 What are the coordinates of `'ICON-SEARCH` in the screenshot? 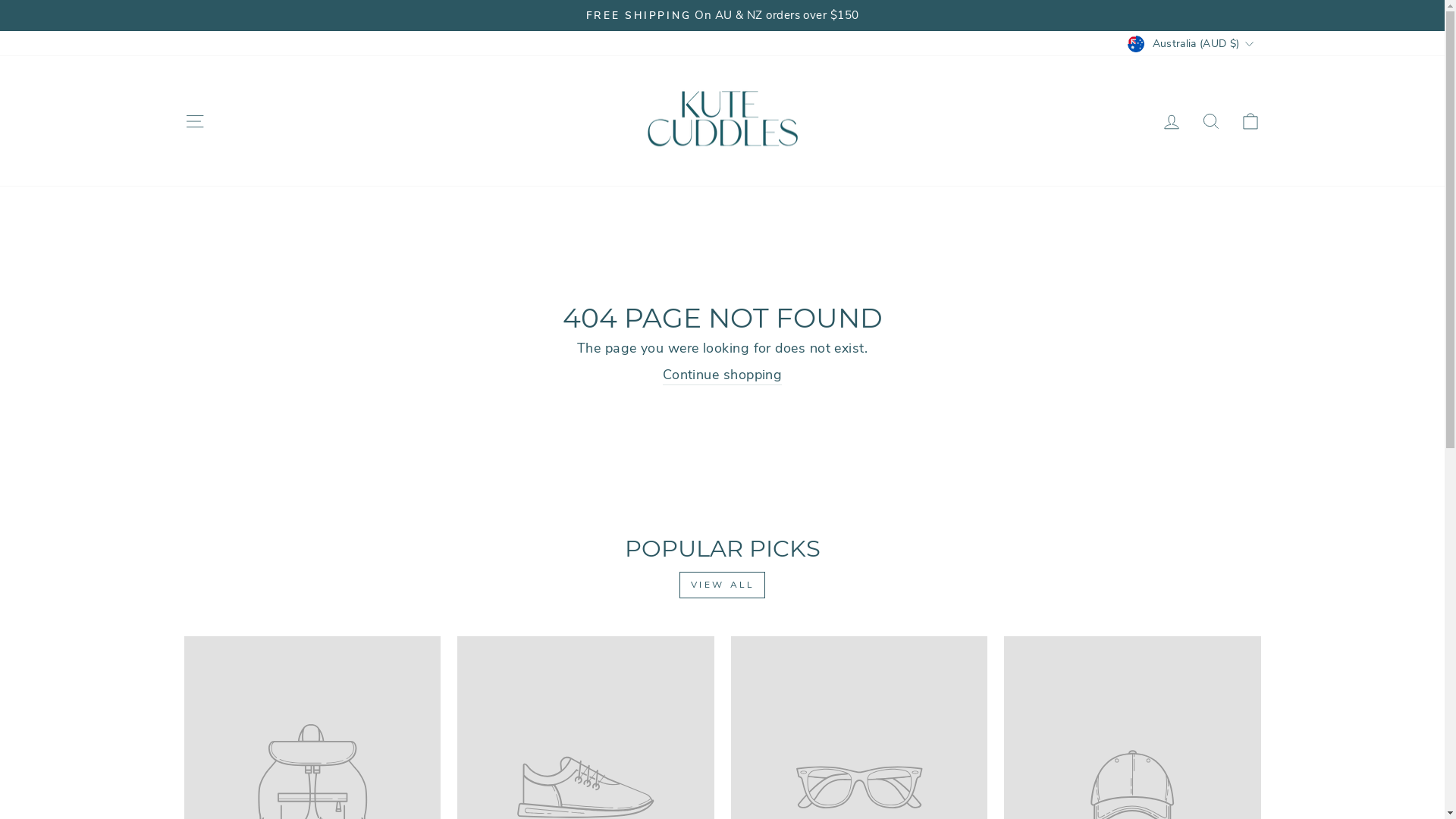 It's located at (1210, 120).